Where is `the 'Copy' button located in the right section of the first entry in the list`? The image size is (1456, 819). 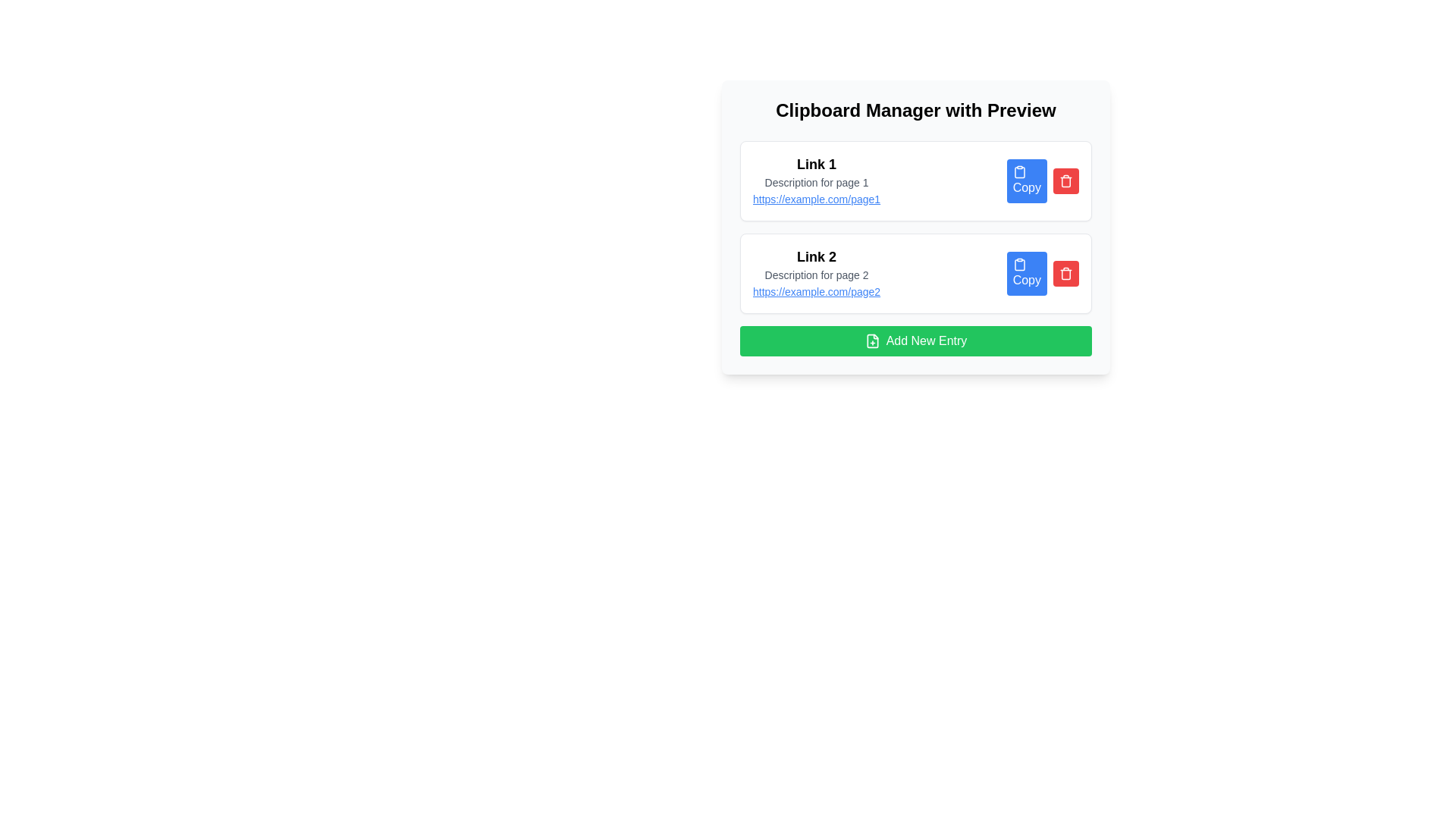 the 'Copy' button located in the right section of the first entry in the list is located at coordinates (1042, 180).